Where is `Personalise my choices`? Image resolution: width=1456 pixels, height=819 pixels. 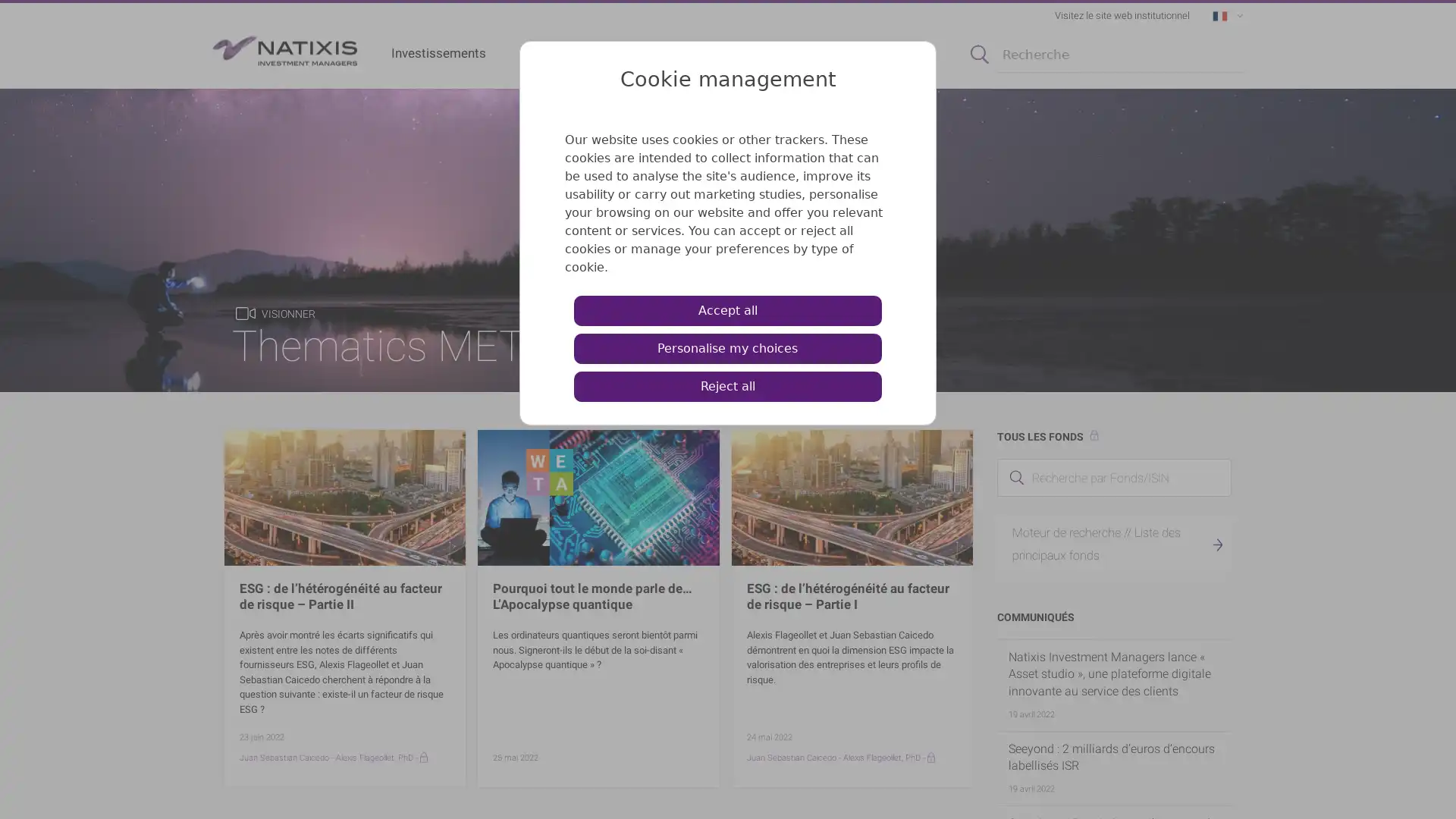 Personalise my choices is located at coordinates (726, 348).